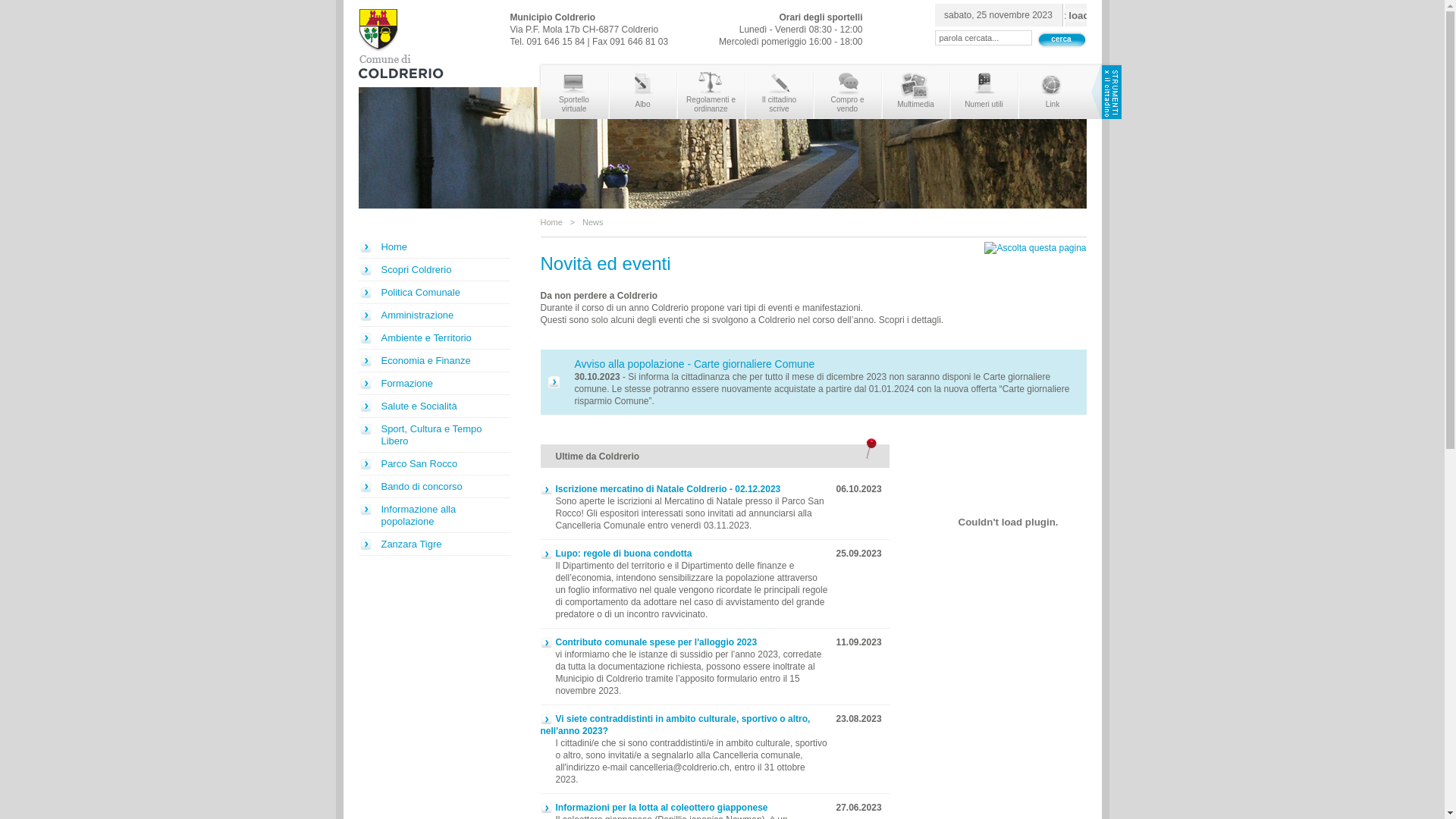 The height and width of the screenshot is (819, 1456). Describe the element at coordinates (432, 292) in the screenshot. I see `'Politica Comunale'` at that location.